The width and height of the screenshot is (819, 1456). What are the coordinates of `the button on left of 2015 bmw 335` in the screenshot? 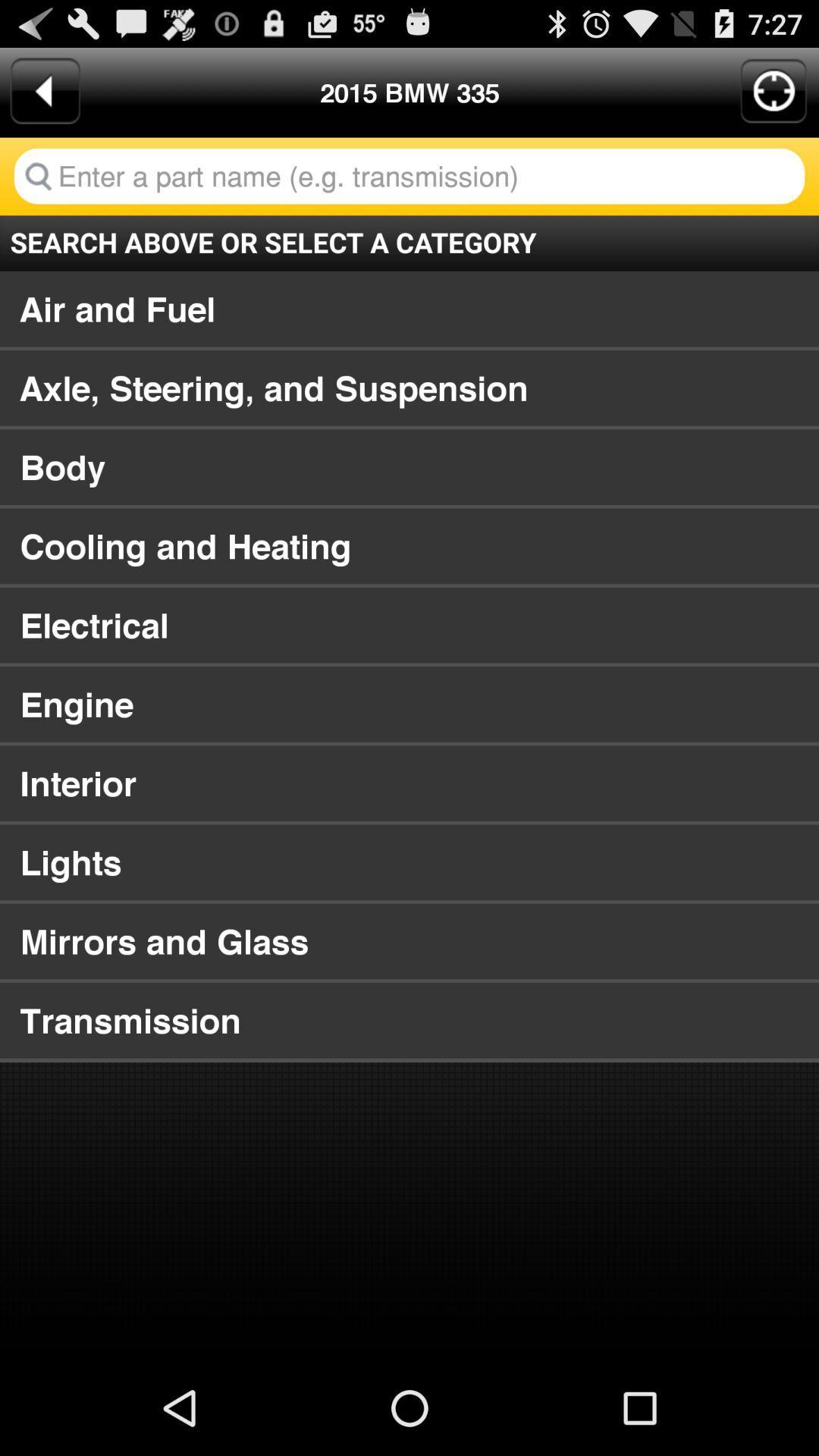 It's located at (45, 90).